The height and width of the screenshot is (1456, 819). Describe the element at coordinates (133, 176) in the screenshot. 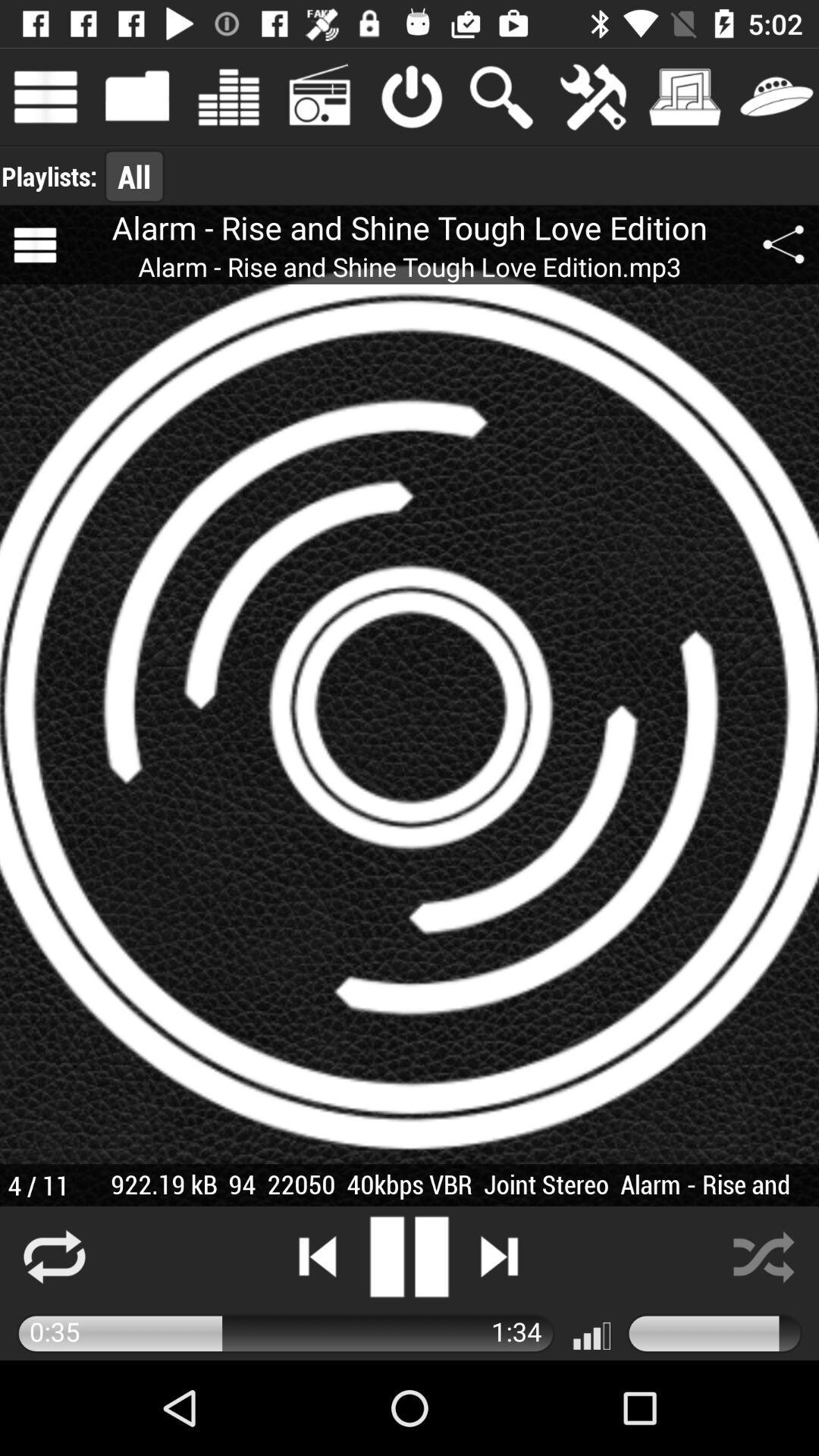

I see `app next to the playlists: item` at that location.